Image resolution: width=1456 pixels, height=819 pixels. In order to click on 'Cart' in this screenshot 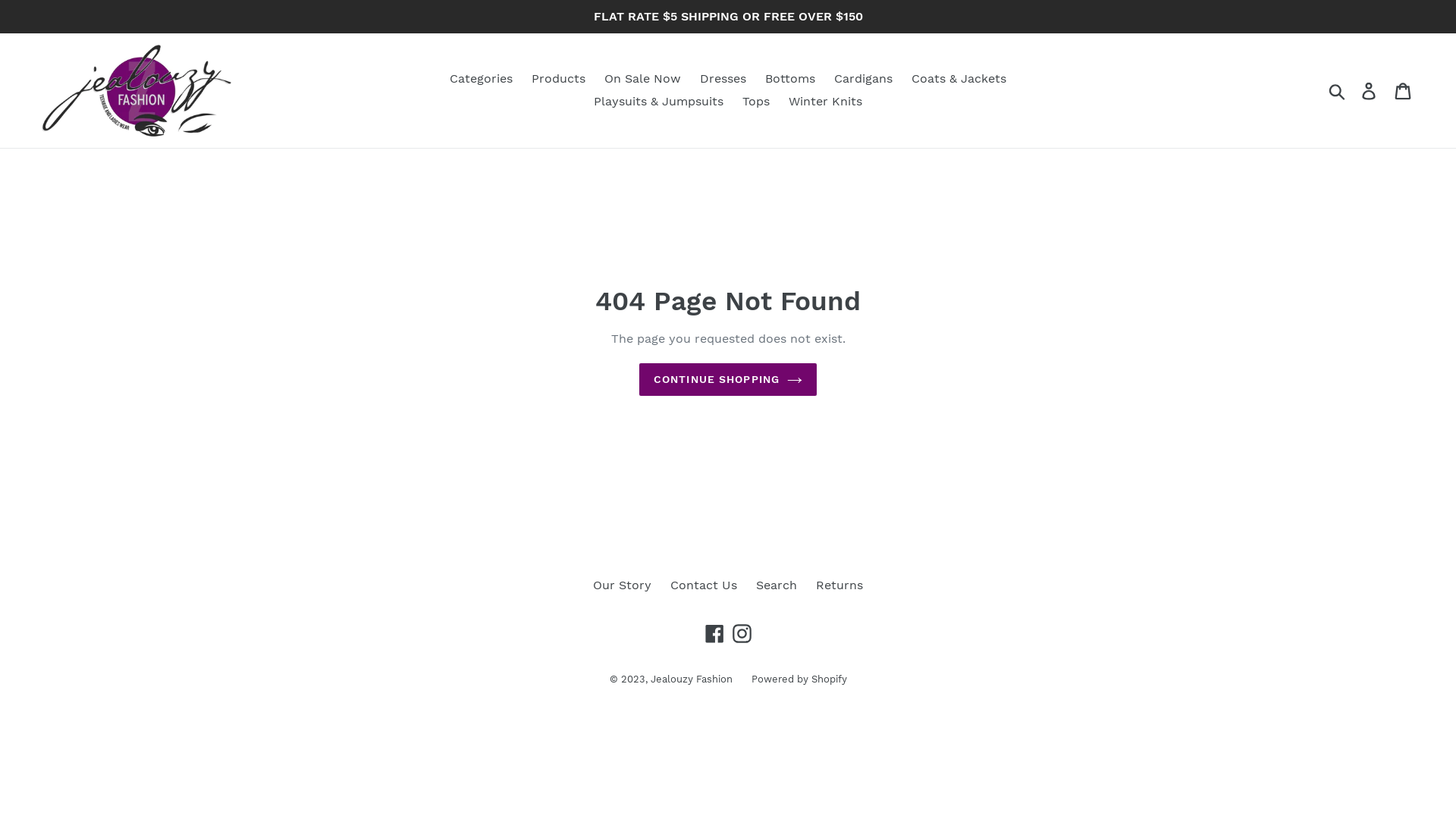, I will do `click(1403, 90)`.